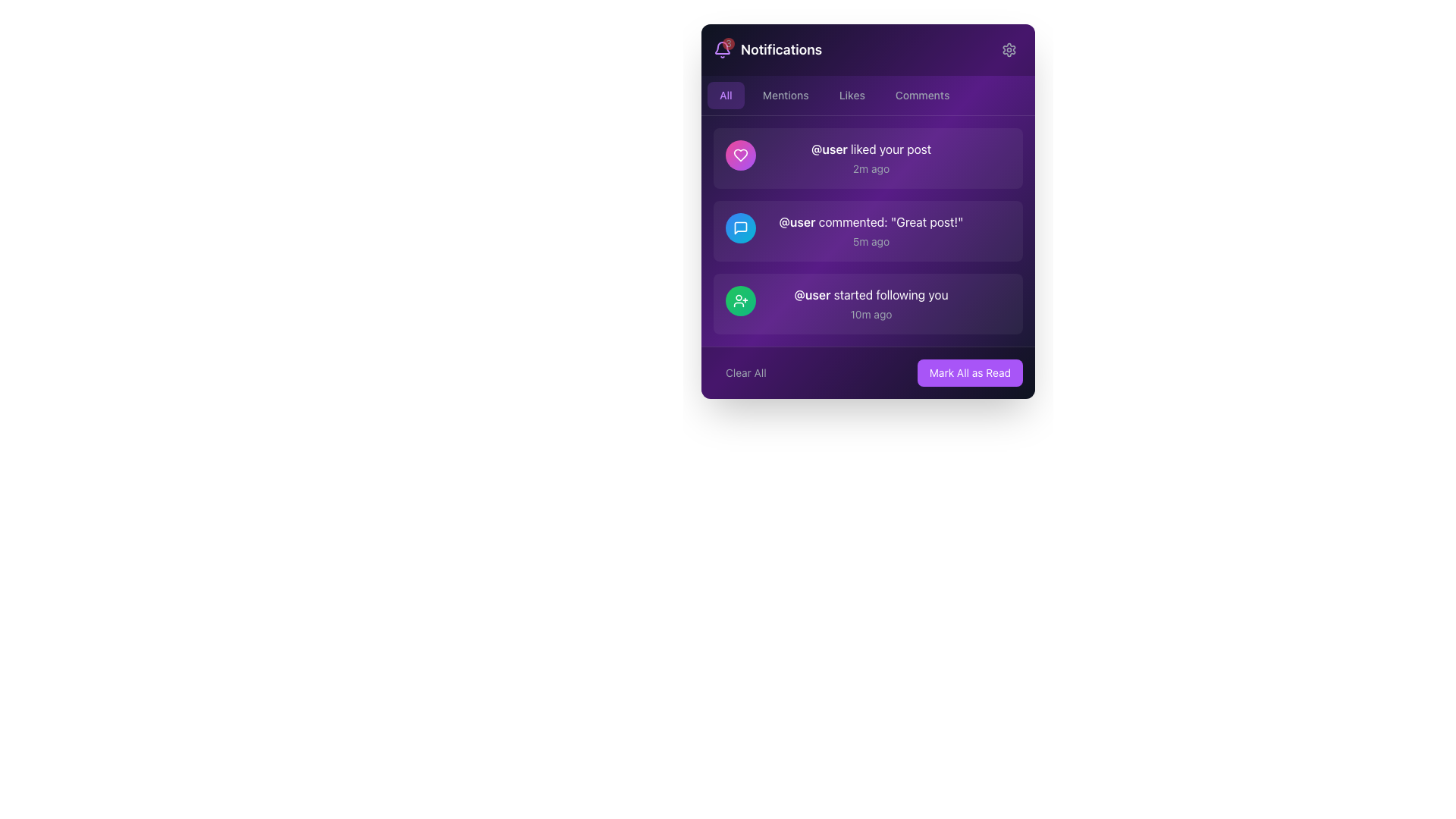 The width and height of the screenshot is (1456, 819). What do you see at coordinates (745, 373) in the screenshot?
I see `the 'Clear All' button, which is a text-based button styled in gray that highlights white on hover, located at the bottom left of the notification menu interface` at bounding box center [745, 373].